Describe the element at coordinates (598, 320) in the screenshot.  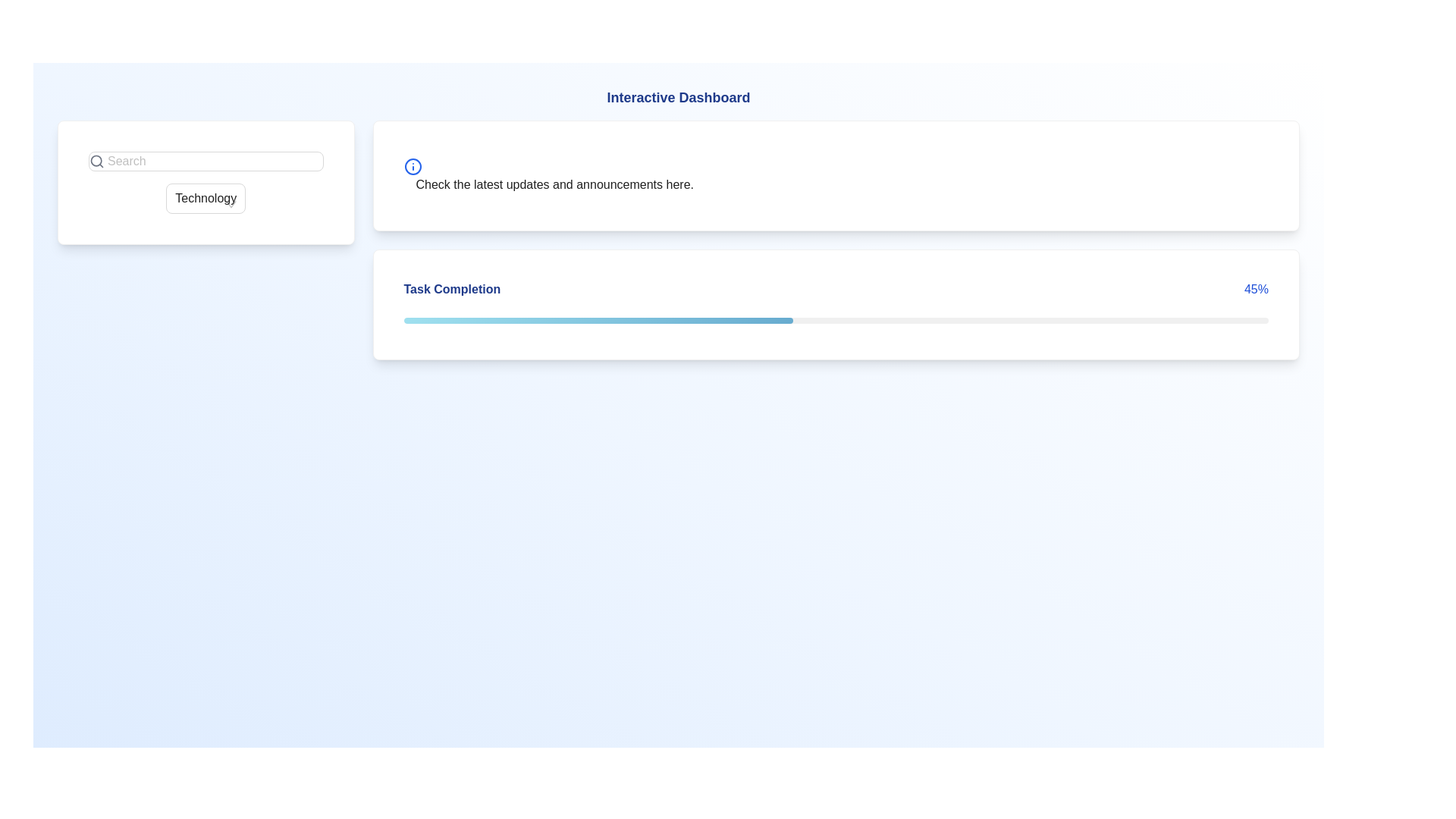
I see `the horizontal progress bar styled with a linear gradient from light blue to dark blue, located below the 'Task Completion' label` at that location.